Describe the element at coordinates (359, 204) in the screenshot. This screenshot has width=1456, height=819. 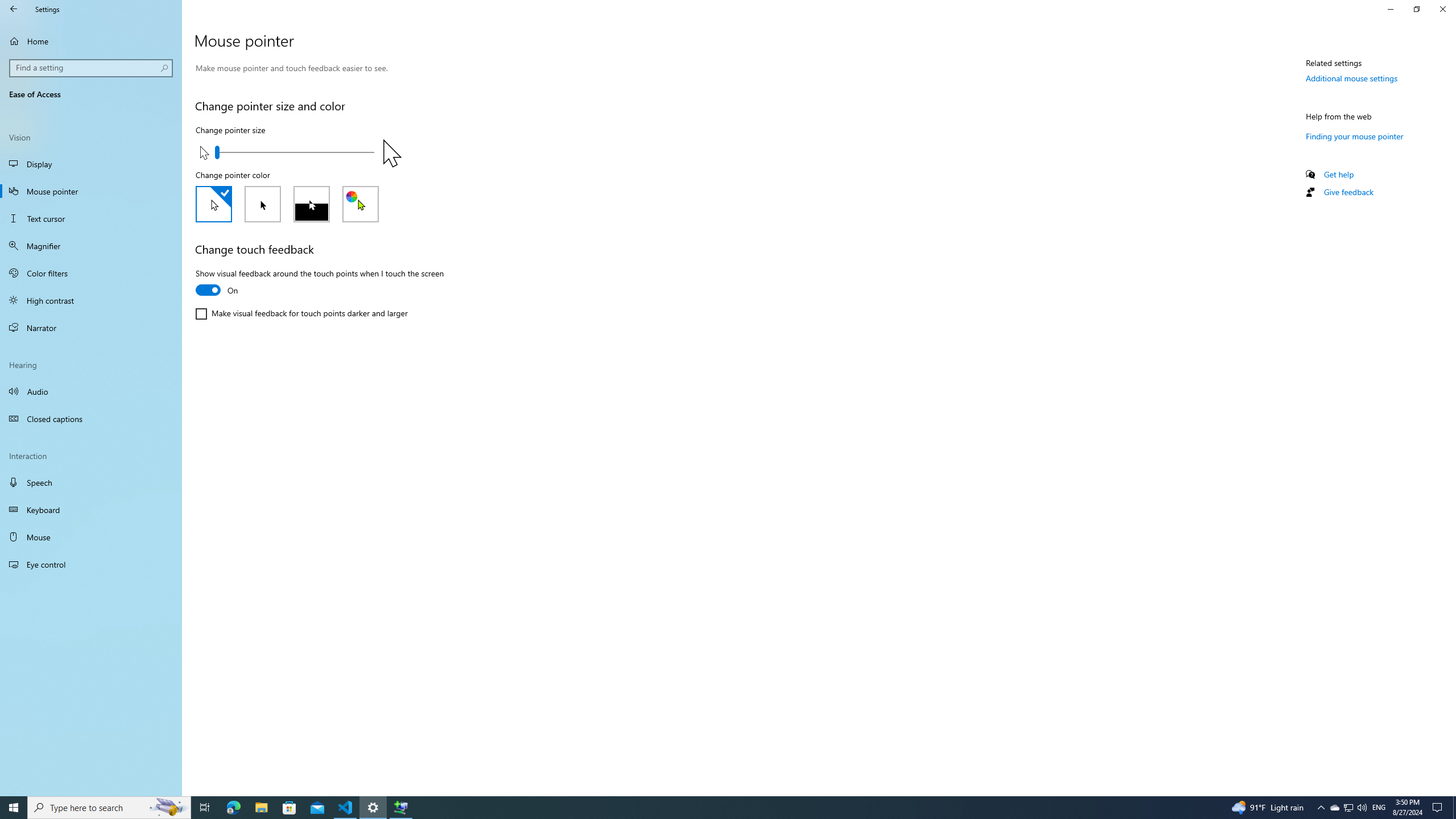
I see `'Custom'` at that location.